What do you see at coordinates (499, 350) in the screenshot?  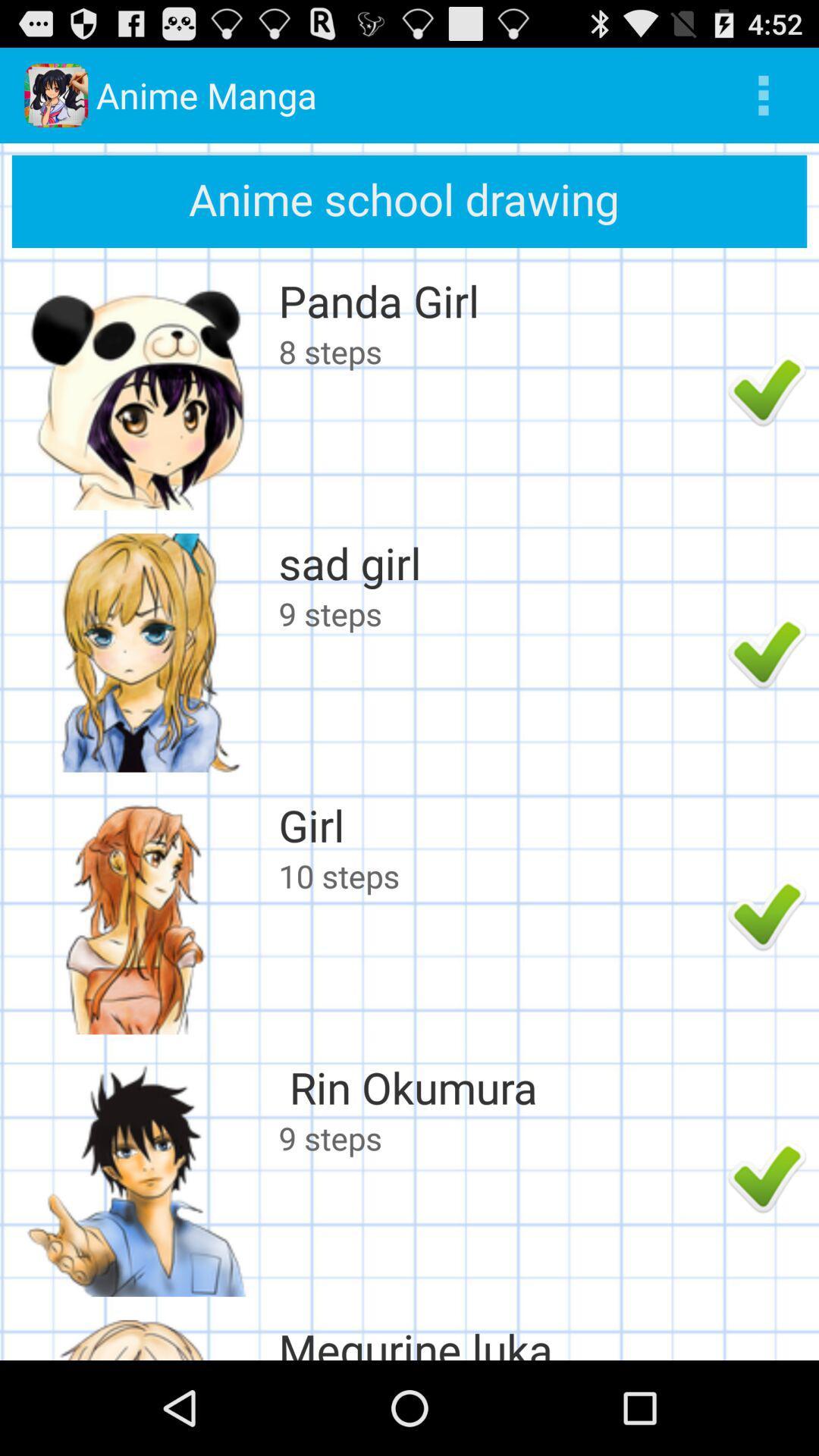 I see `the 8 steps app` at bounding box center [499, 350].